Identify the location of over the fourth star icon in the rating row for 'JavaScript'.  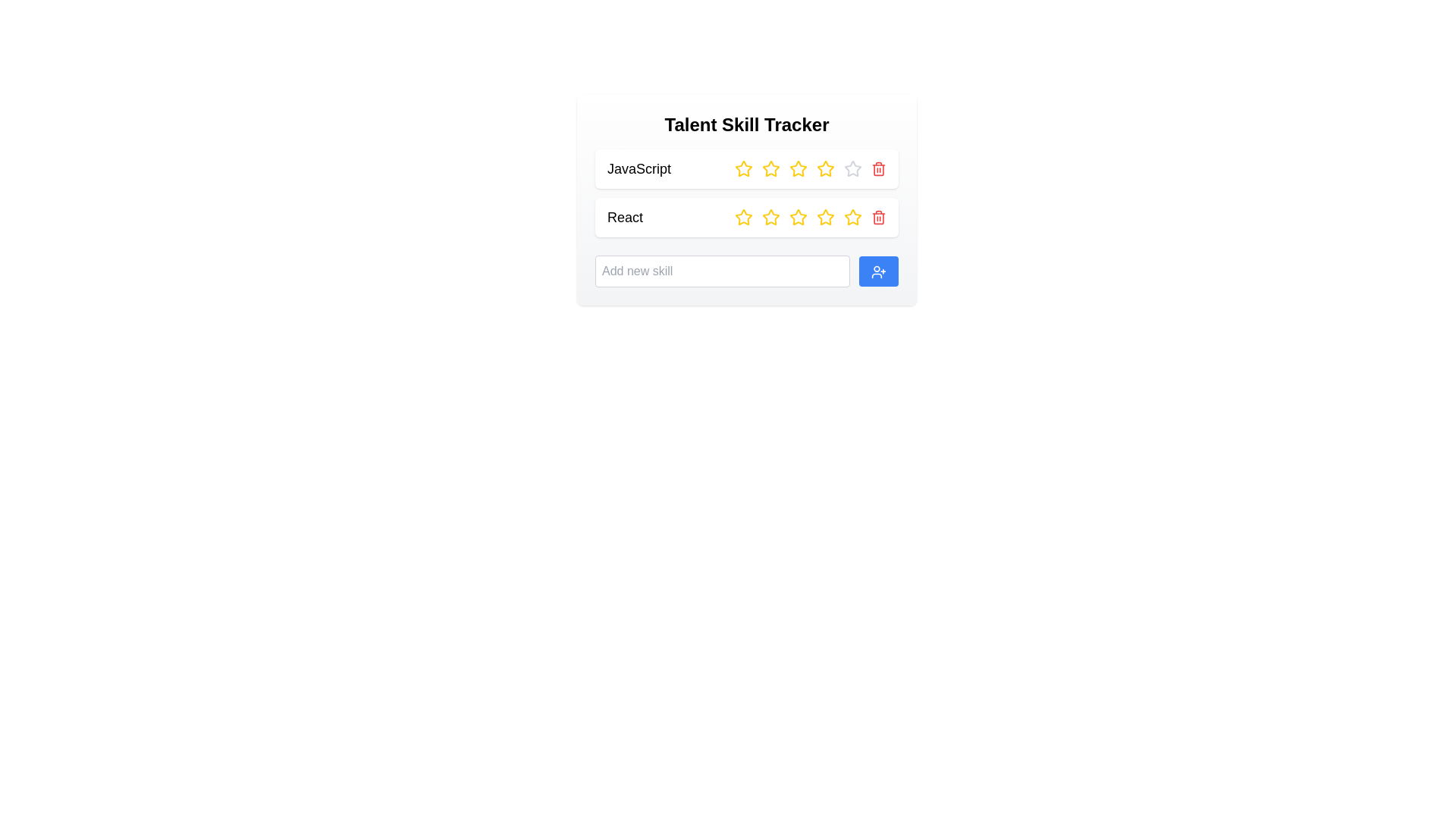
(797, 168).